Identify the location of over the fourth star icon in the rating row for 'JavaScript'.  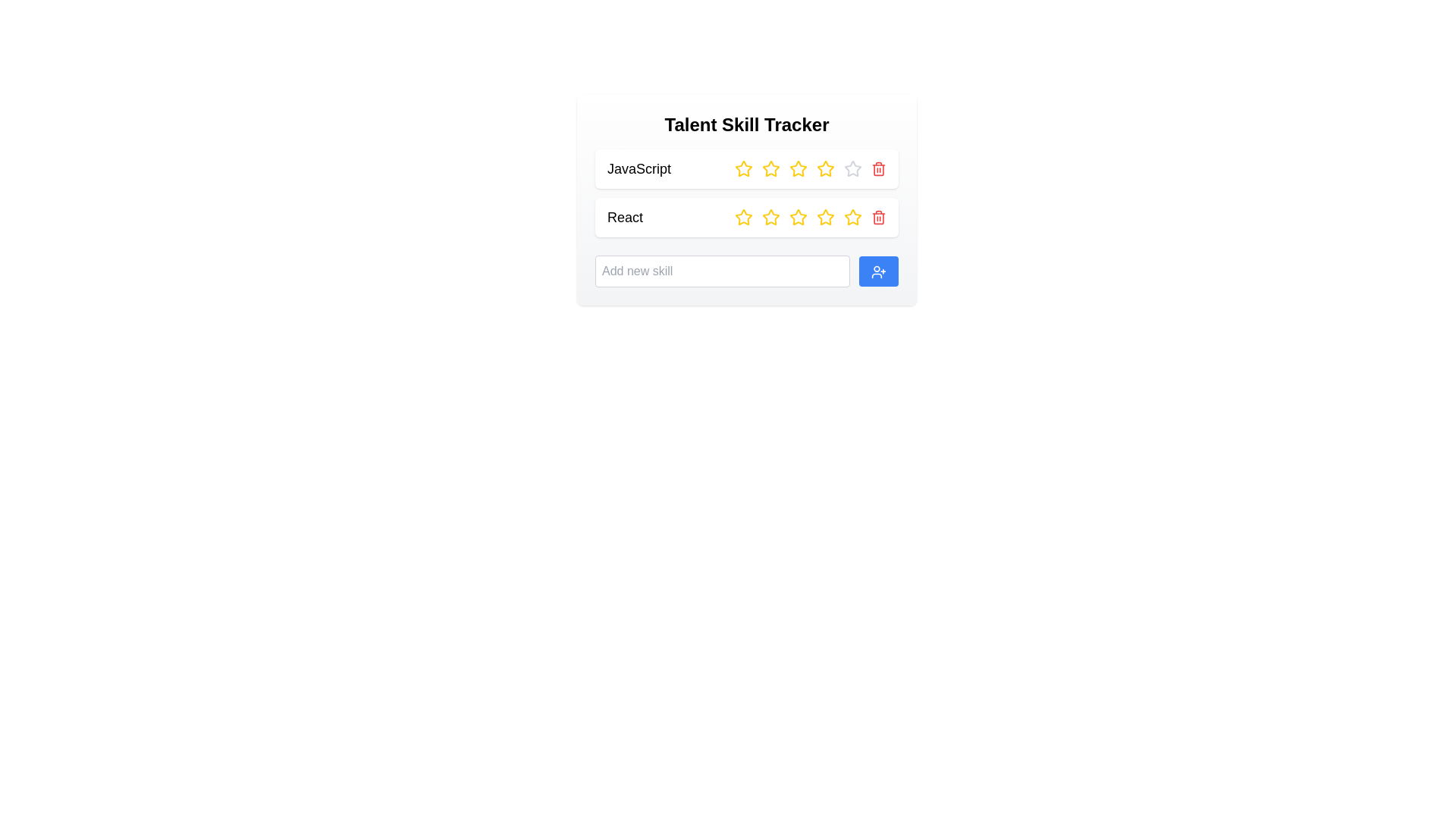
(797, 168).